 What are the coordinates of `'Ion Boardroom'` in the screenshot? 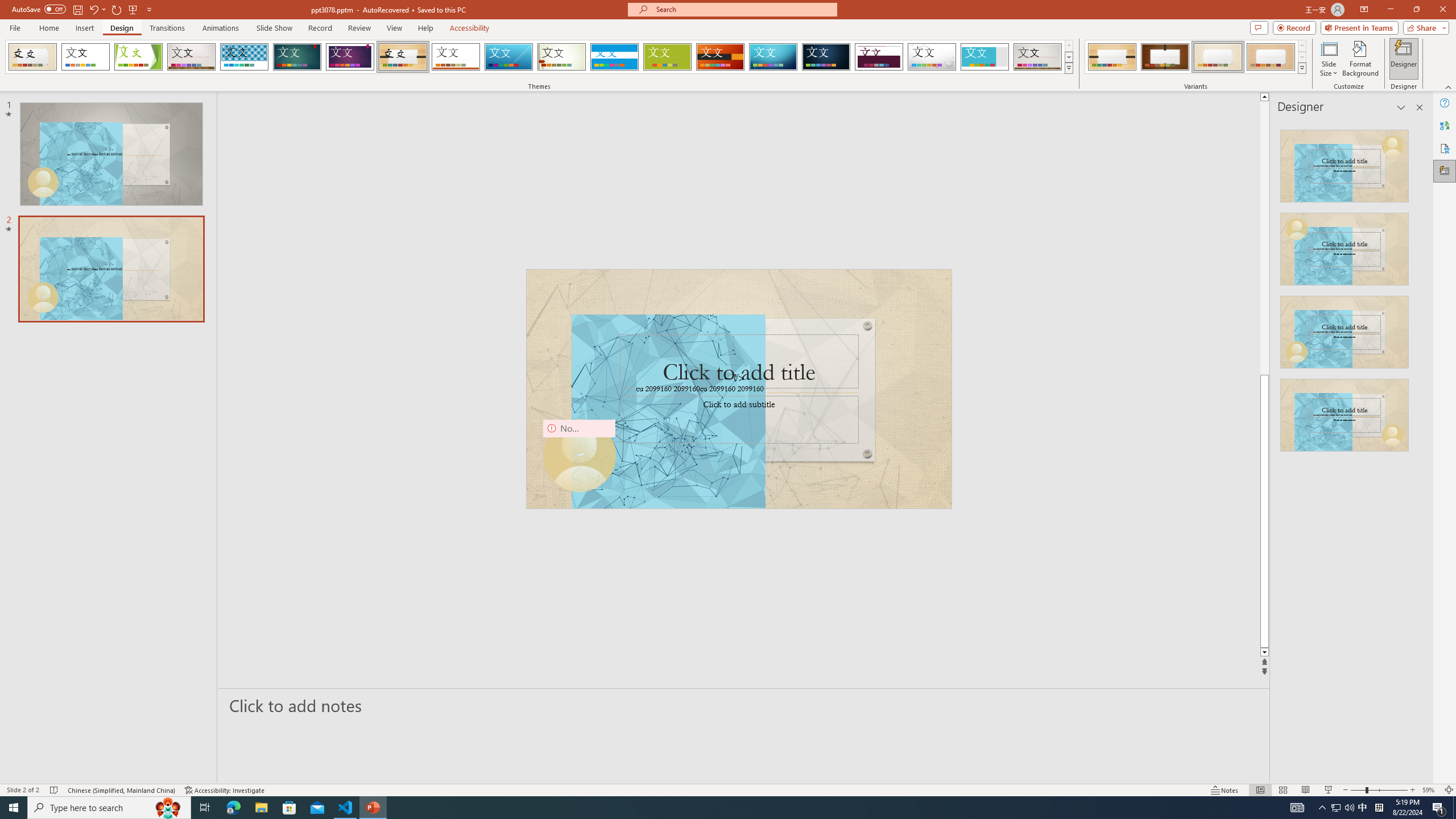 It's located at (350, 56).